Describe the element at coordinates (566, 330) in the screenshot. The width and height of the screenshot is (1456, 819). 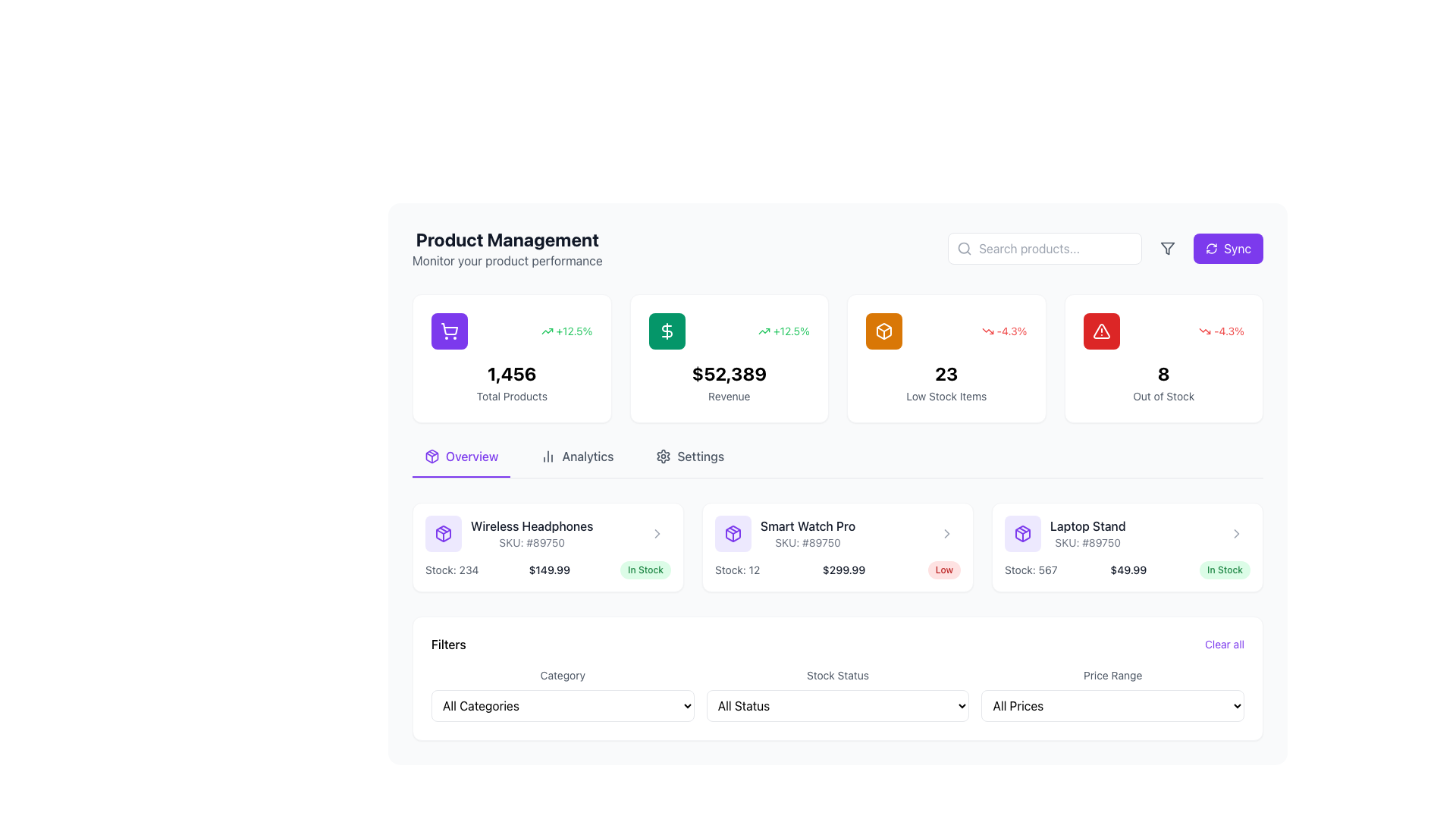
I see `the green Static Text Label that displays the percentage change in revenue, specifically showing '+12.5%', located in the top row of metrics within the 'Revenue' card` at that location.